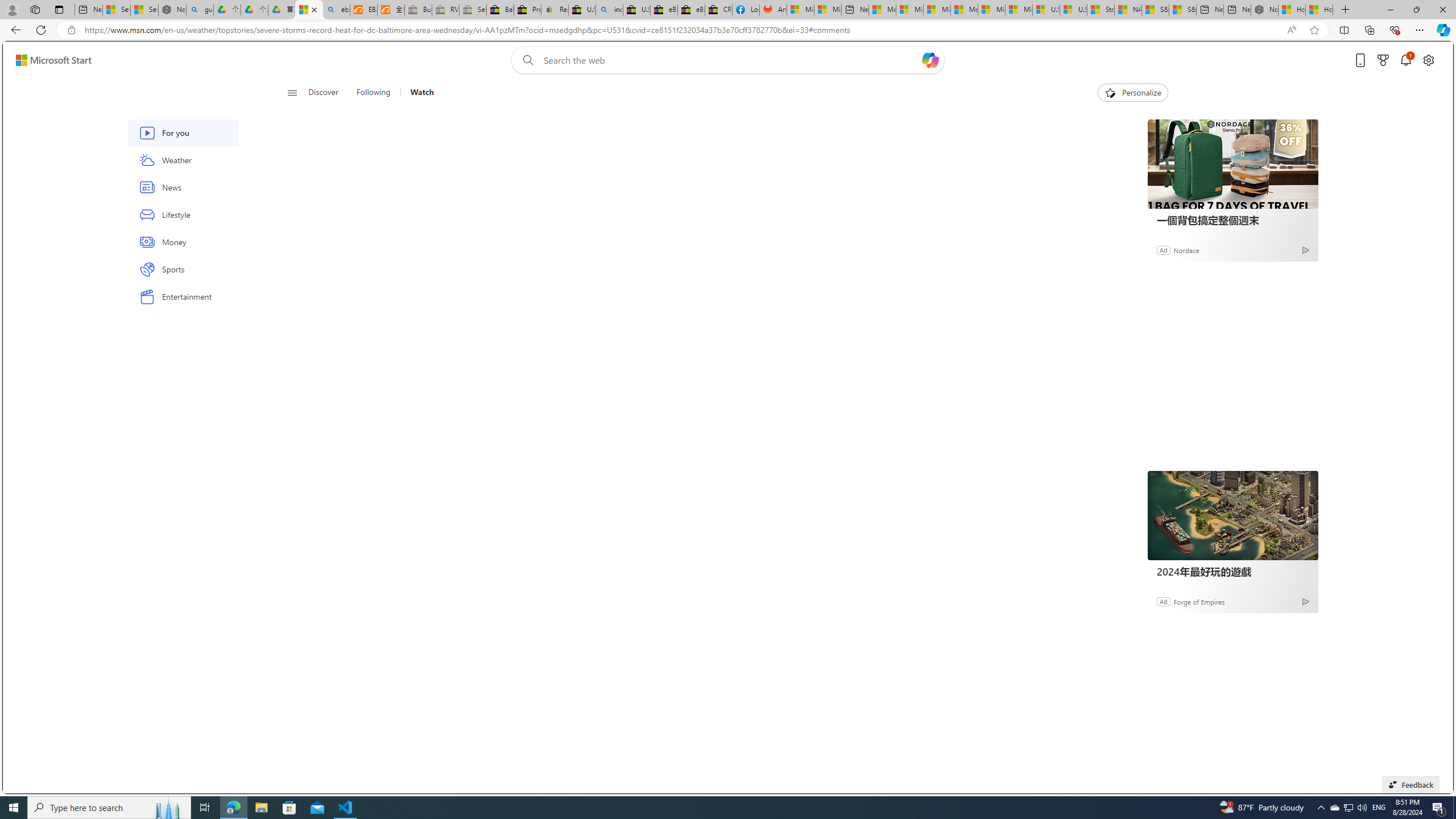 The width and height of the screenshot is (1456, 819). I want to click on 'U.S. State Privacy Disclosures - eBay Inc.', so click(637, 9).